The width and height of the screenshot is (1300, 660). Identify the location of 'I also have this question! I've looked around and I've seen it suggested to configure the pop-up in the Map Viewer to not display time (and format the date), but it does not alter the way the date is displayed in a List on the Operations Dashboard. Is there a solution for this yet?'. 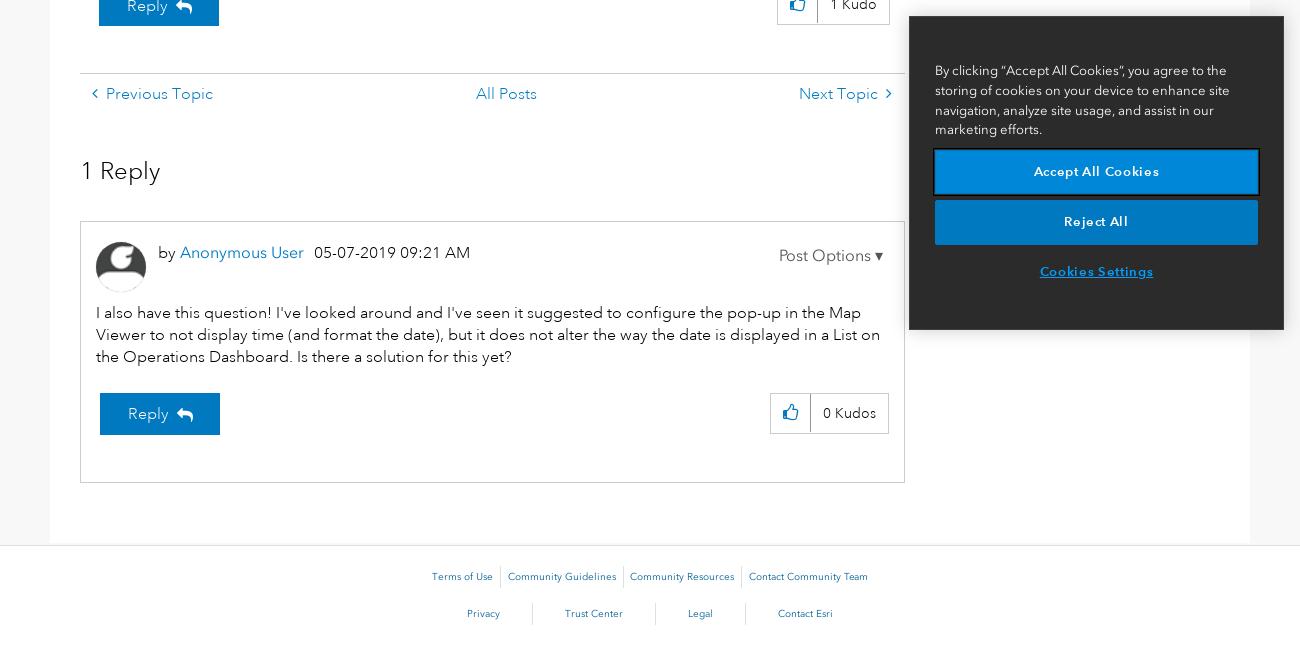
(488, 334).